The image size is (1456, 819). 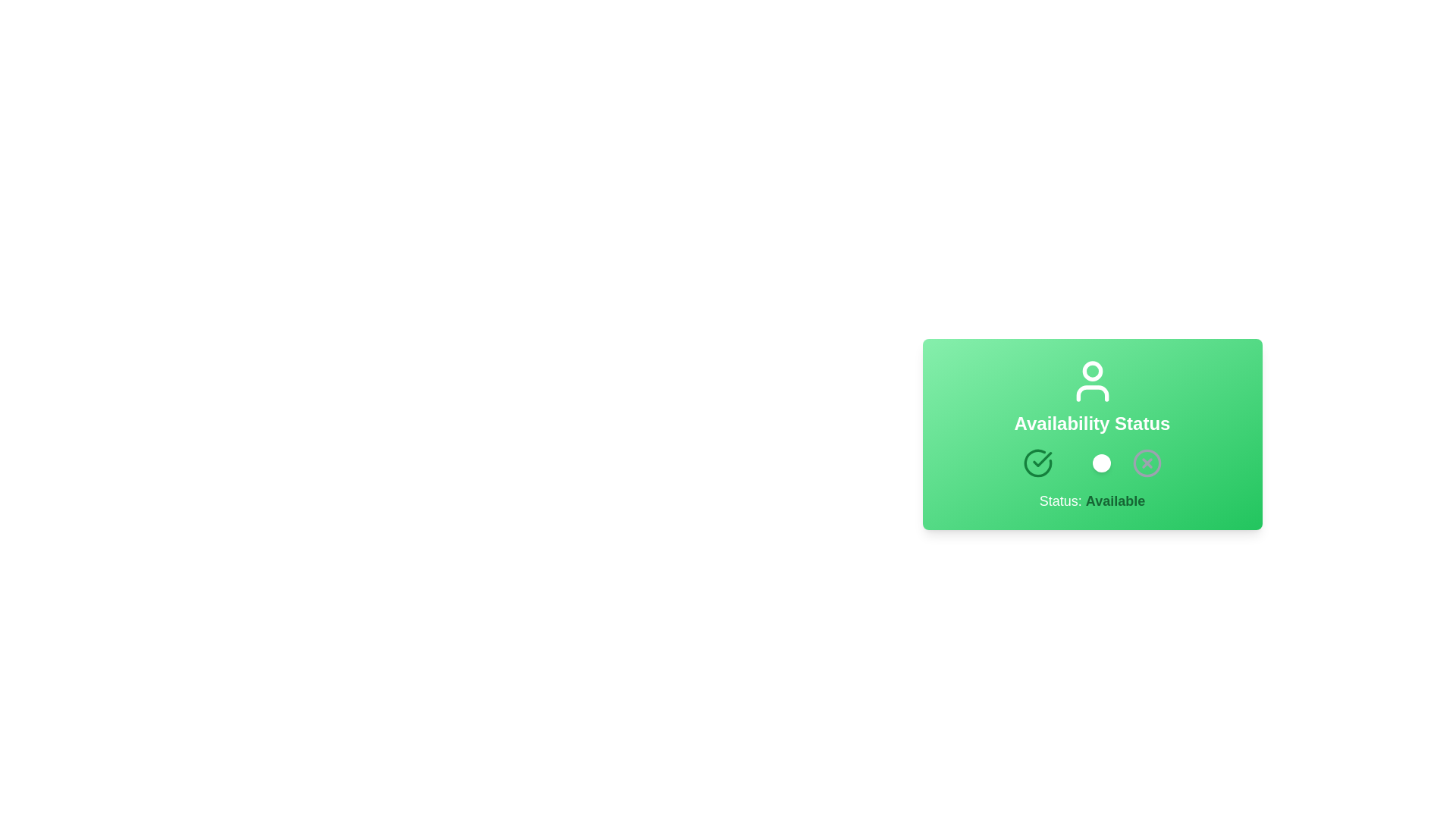 I want to click on the Toggle Switch in the 'Availability Status' card, so click(x=1092, y=462).